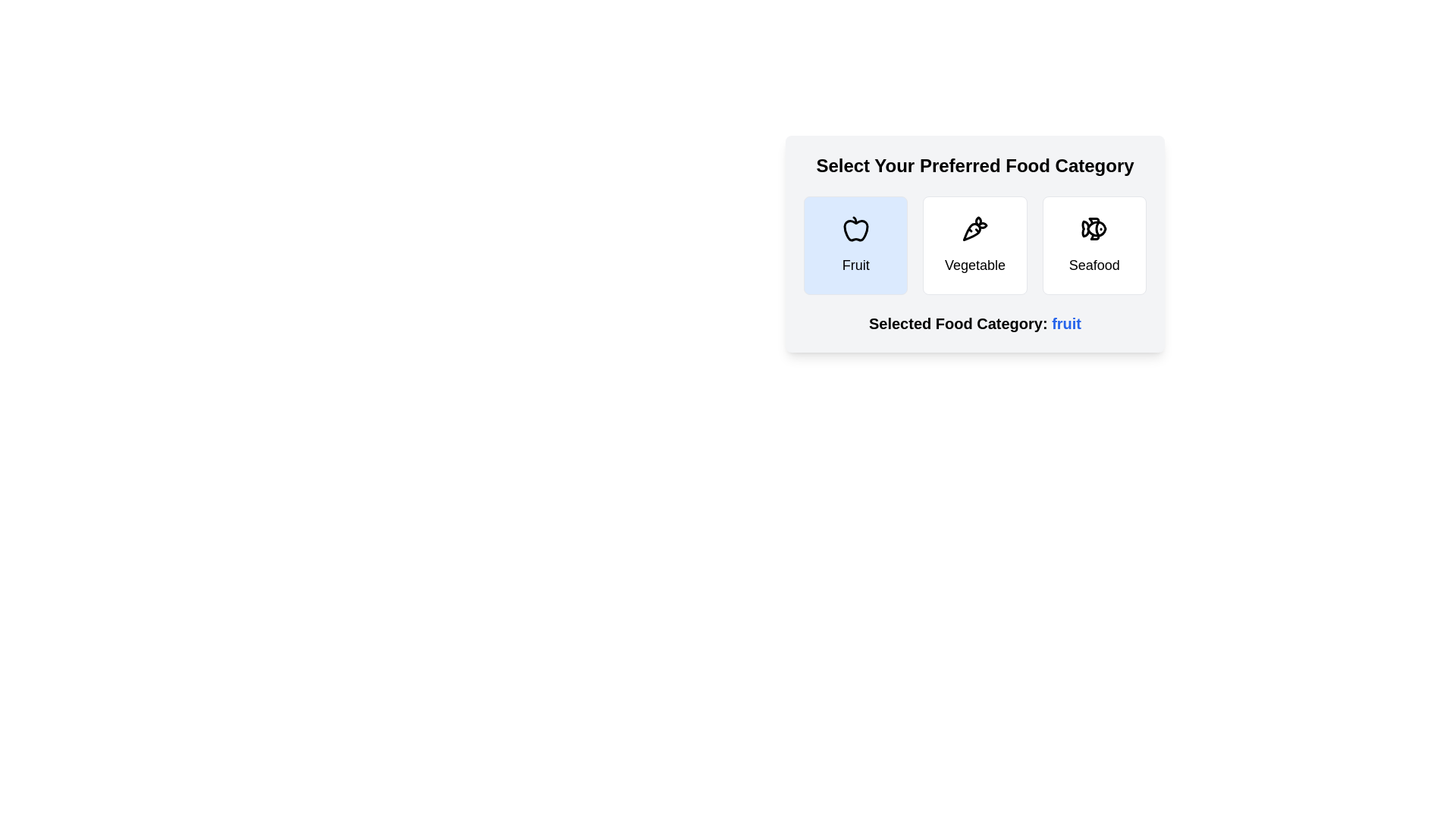 The width and height of the screenshot is (1456, 819). What do you see at coordinates (855, 265) in the screenshot?
I see `the 'Fruit' text label element, which is styled in a noticeable font and positioned within a blue-shaded clickable card below an apple icon` at bounding box center [855, 265].